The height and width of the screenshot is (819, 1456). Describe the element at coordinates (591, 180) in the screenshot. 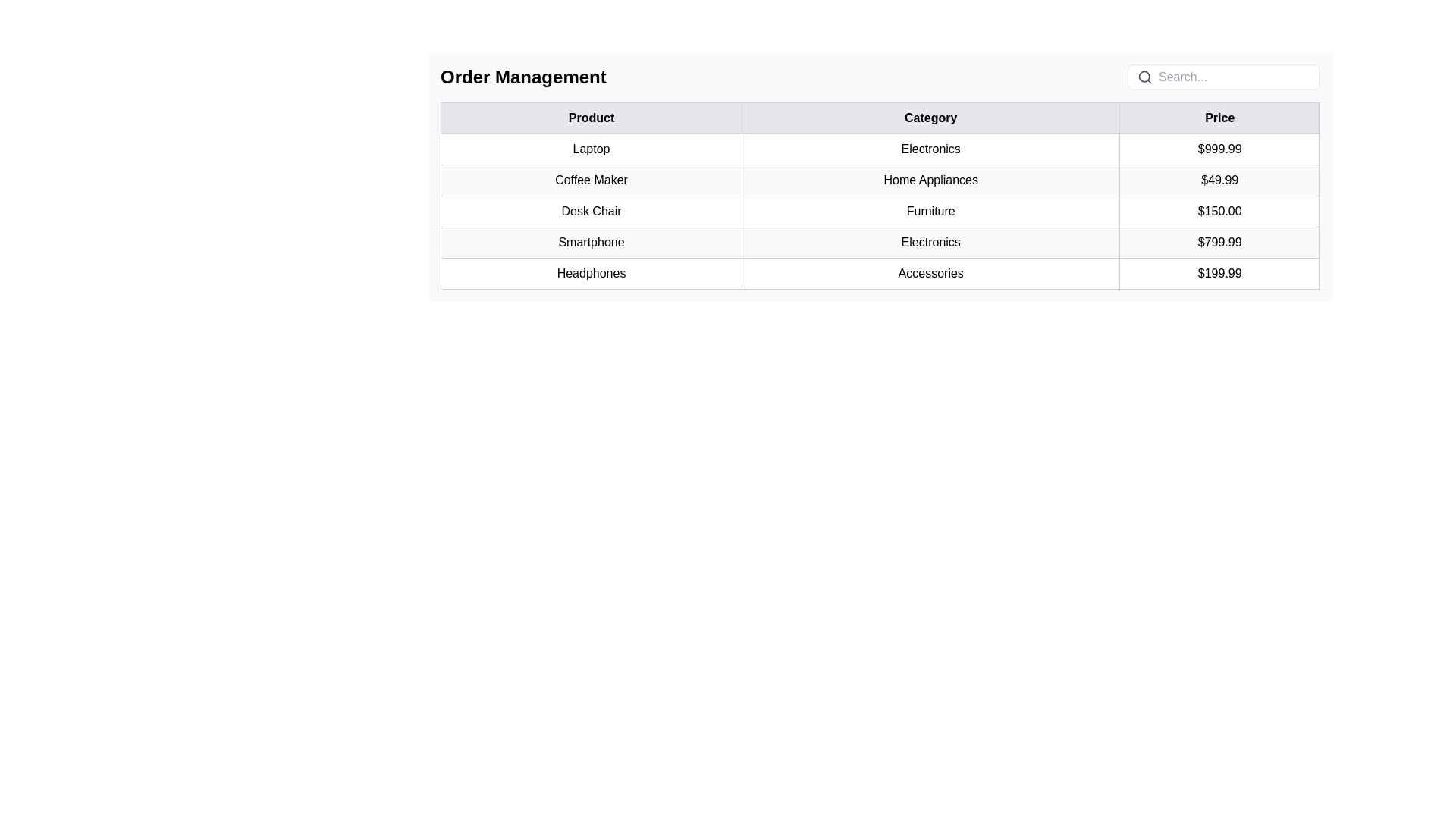

I see `the static text field displaying 'Coffee Maker' in the second row of the product table` at that location.